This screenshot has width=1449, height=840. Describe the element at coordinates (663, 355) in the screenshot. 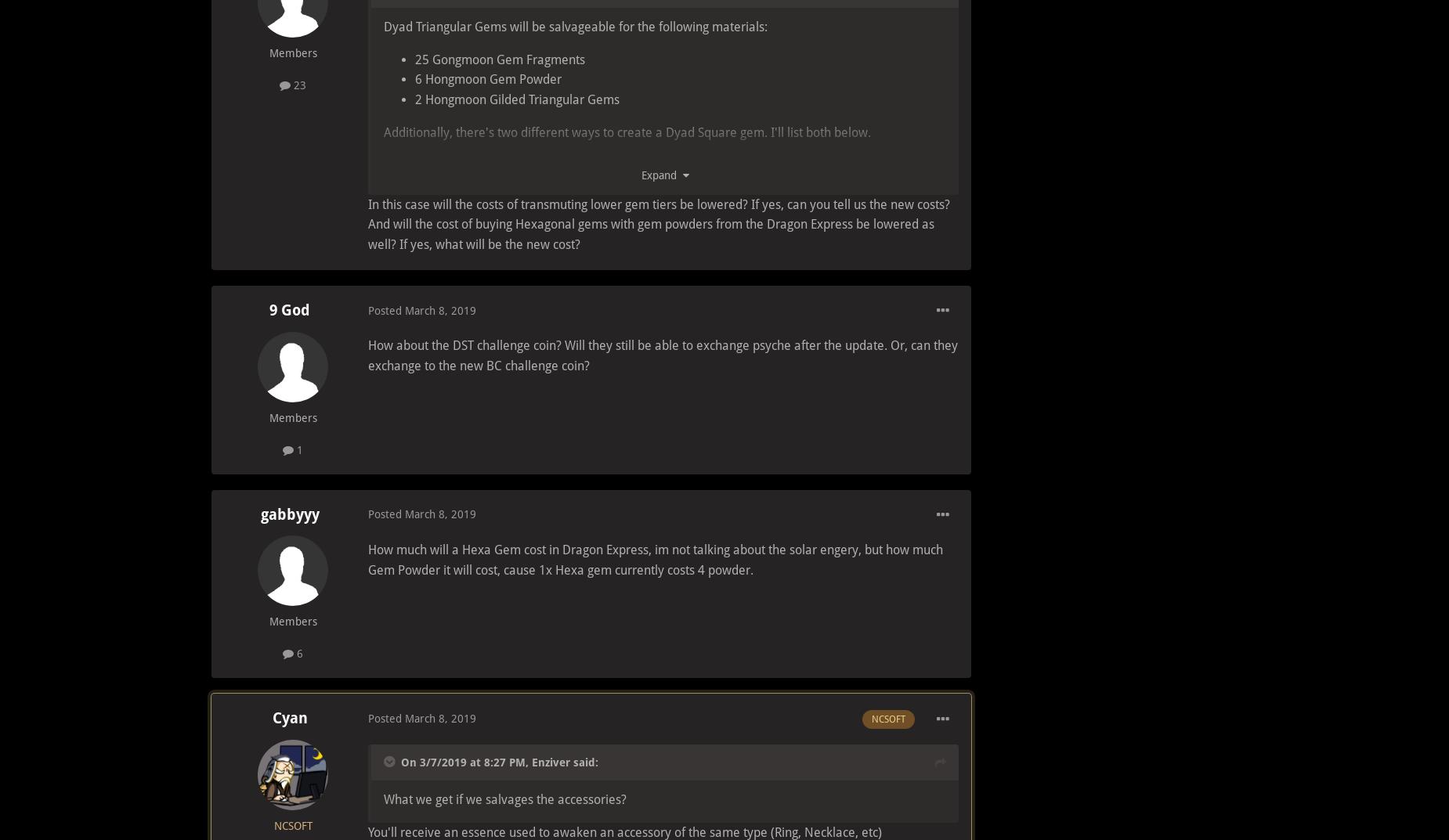

I see `'How about the DST challenge coin? Will they still be able to exchange psyche after the update. Or, can they exchange to the new BC challenge coin?'` at that location.